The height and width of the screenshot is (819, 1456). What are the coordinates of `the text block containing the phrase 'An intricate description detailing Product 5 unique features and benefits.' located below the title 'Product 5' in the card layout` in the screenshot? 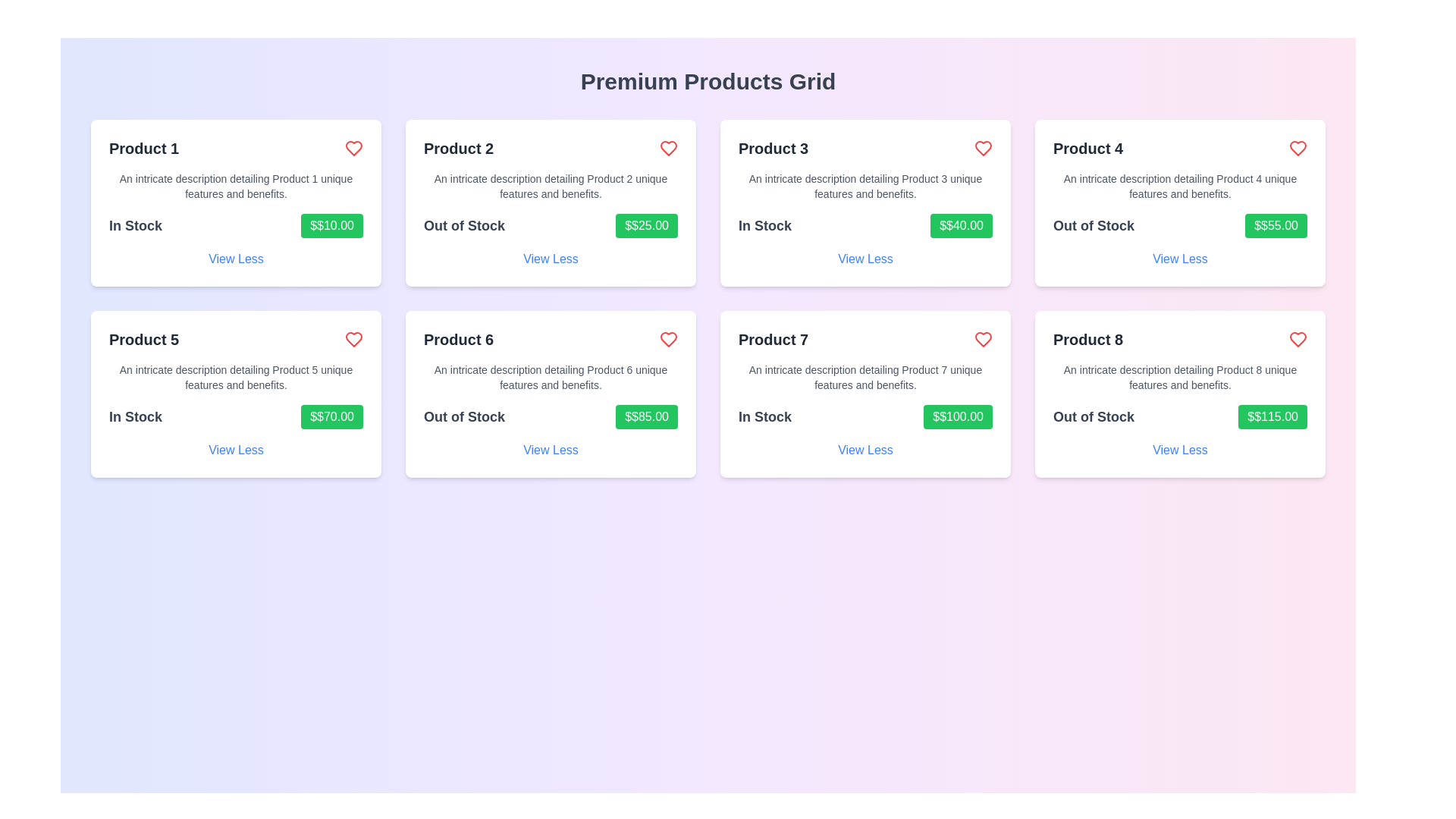 It's located at (235, 376).